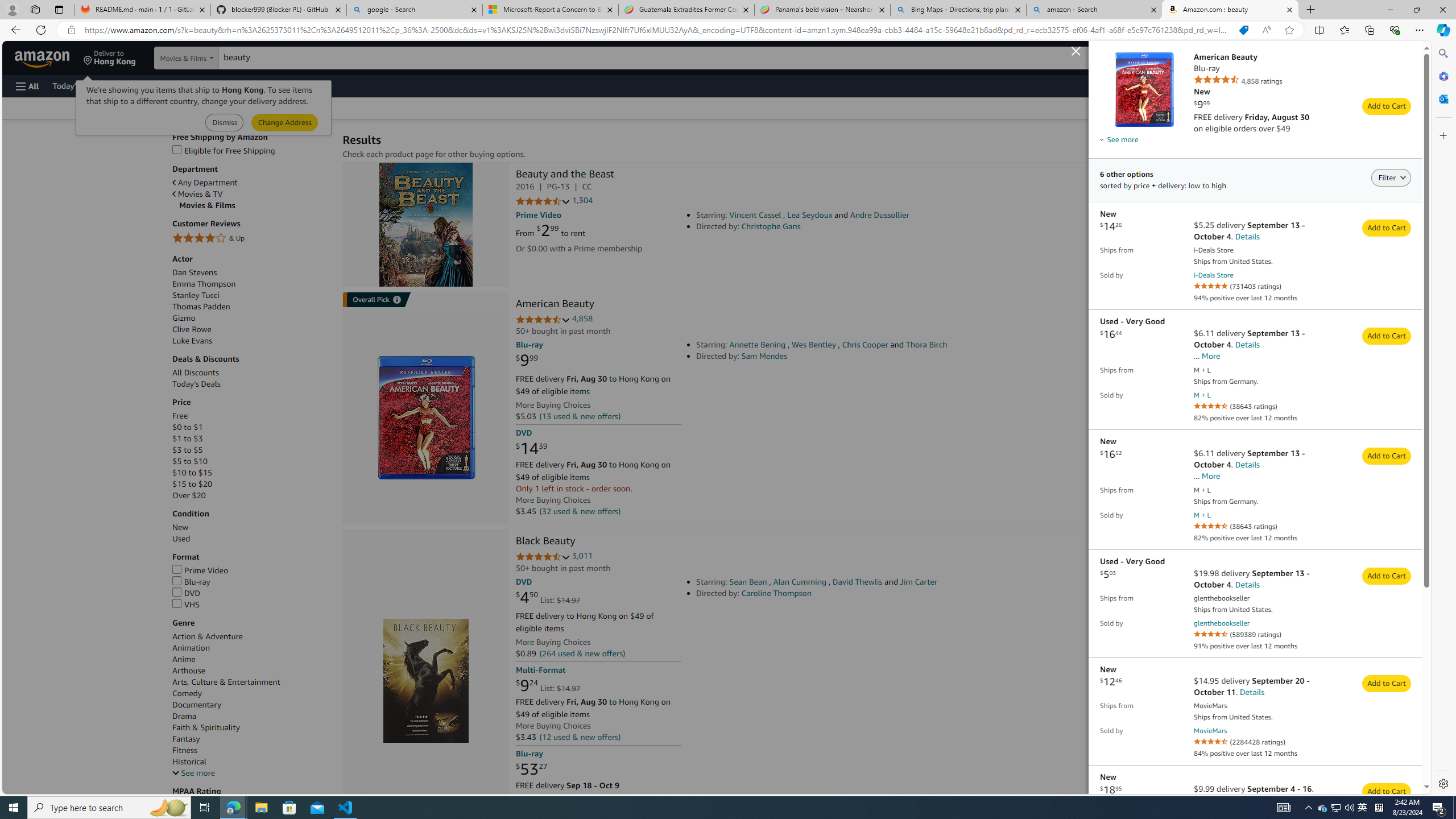 This screenshot has width=1456, height=819. I want to click on 'Arts, Culture & Entertainment', so click(226, 681).